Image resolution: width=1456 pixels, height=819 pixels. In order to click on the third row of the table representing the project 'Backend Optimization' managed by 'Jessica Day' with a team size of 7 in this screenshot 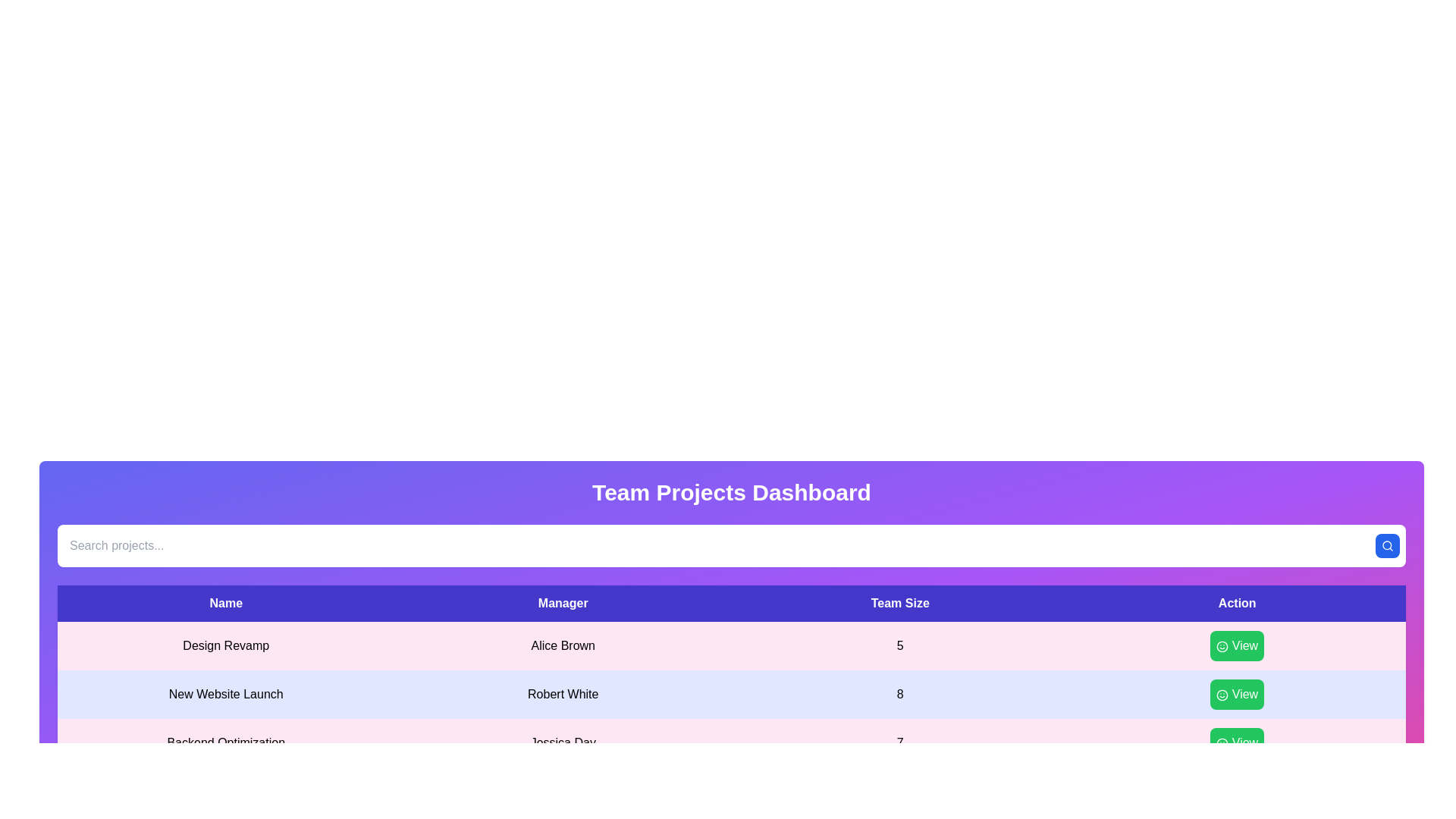, I will do `click(731, 742)`.